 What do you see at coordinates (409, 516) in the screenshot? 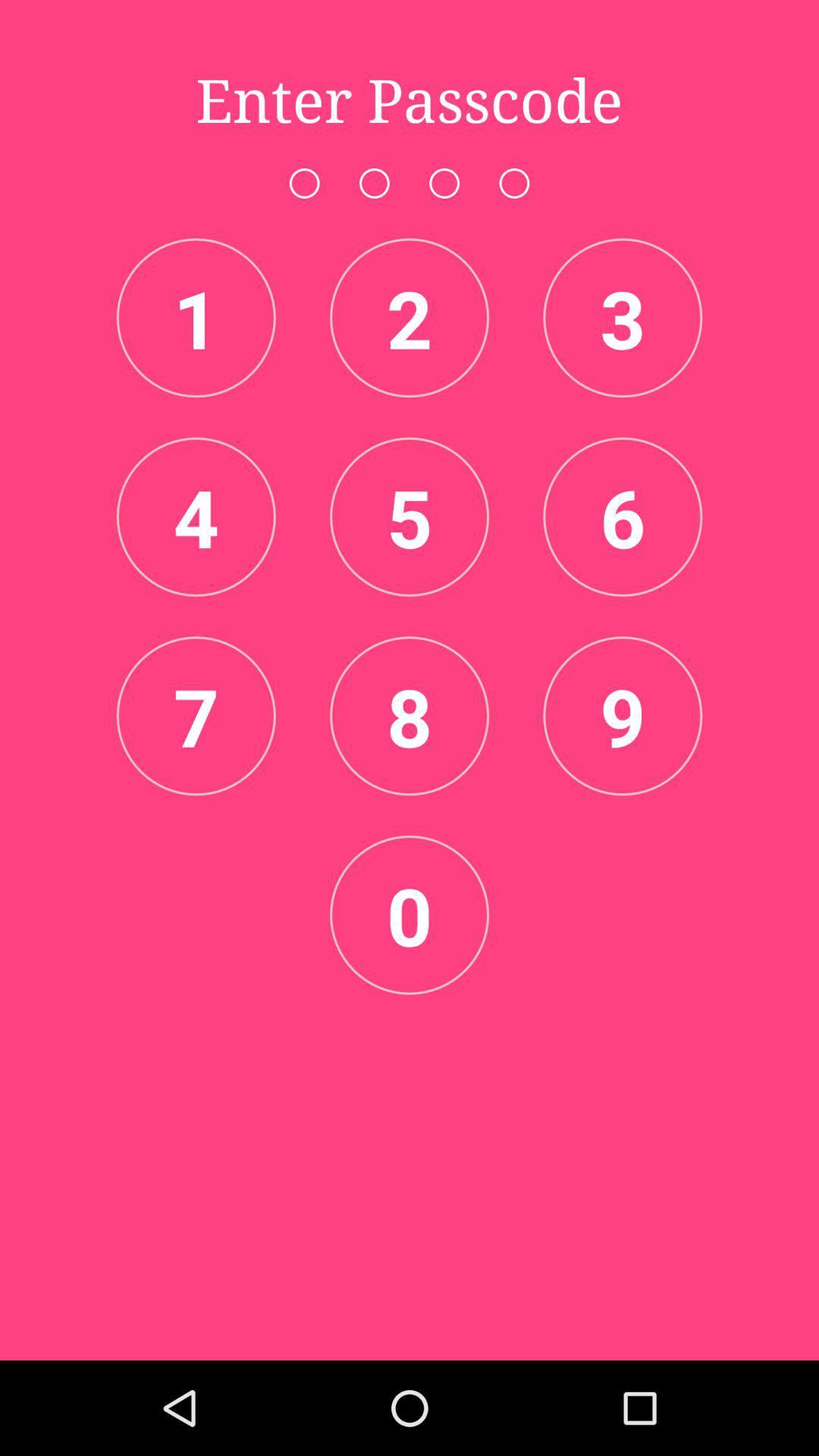
I see `5 item` at bounding box center [409, 516].